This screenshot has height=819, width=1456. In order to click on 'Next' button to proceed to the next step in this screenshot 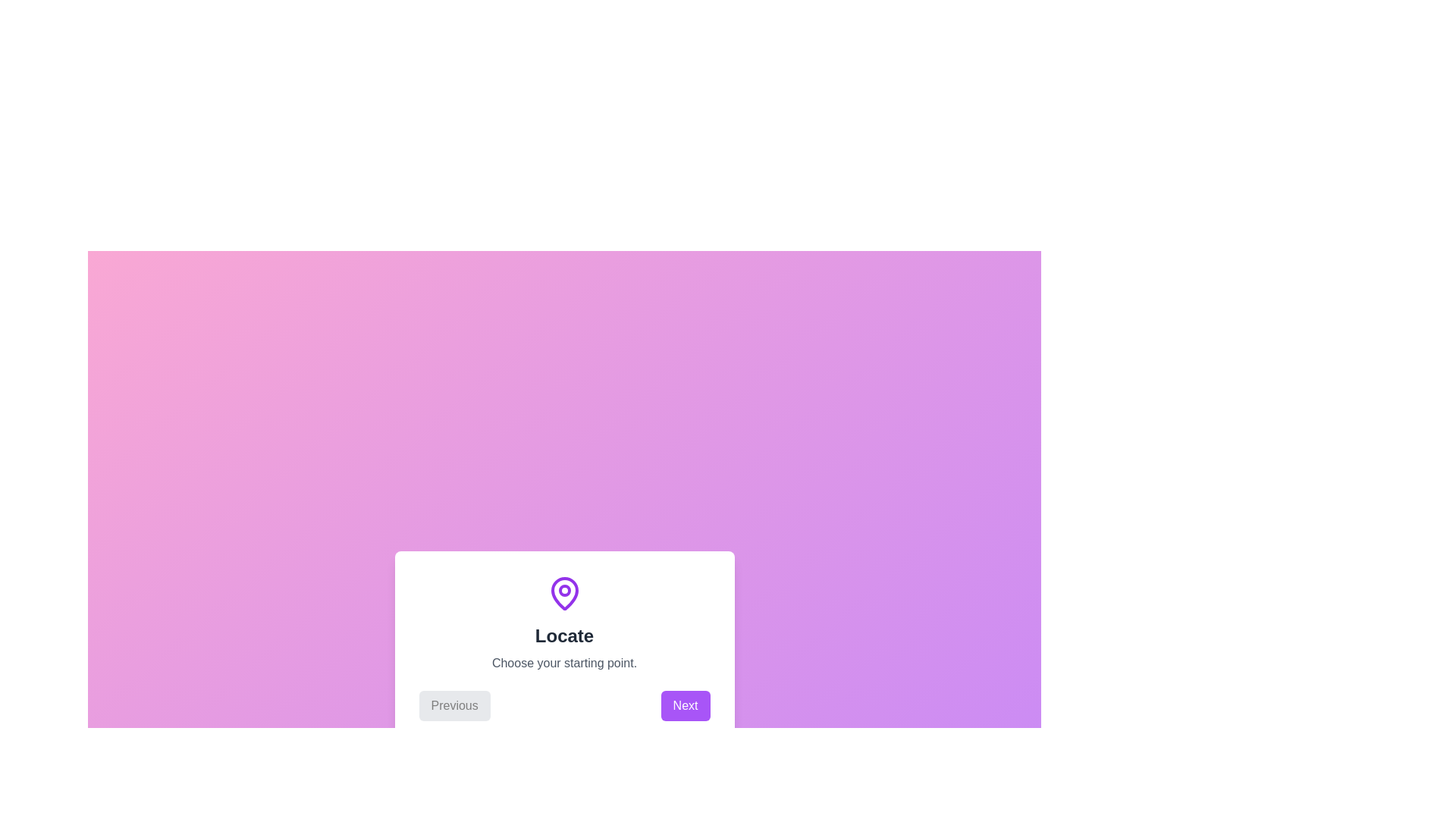, I will do `click(684, 705)`.